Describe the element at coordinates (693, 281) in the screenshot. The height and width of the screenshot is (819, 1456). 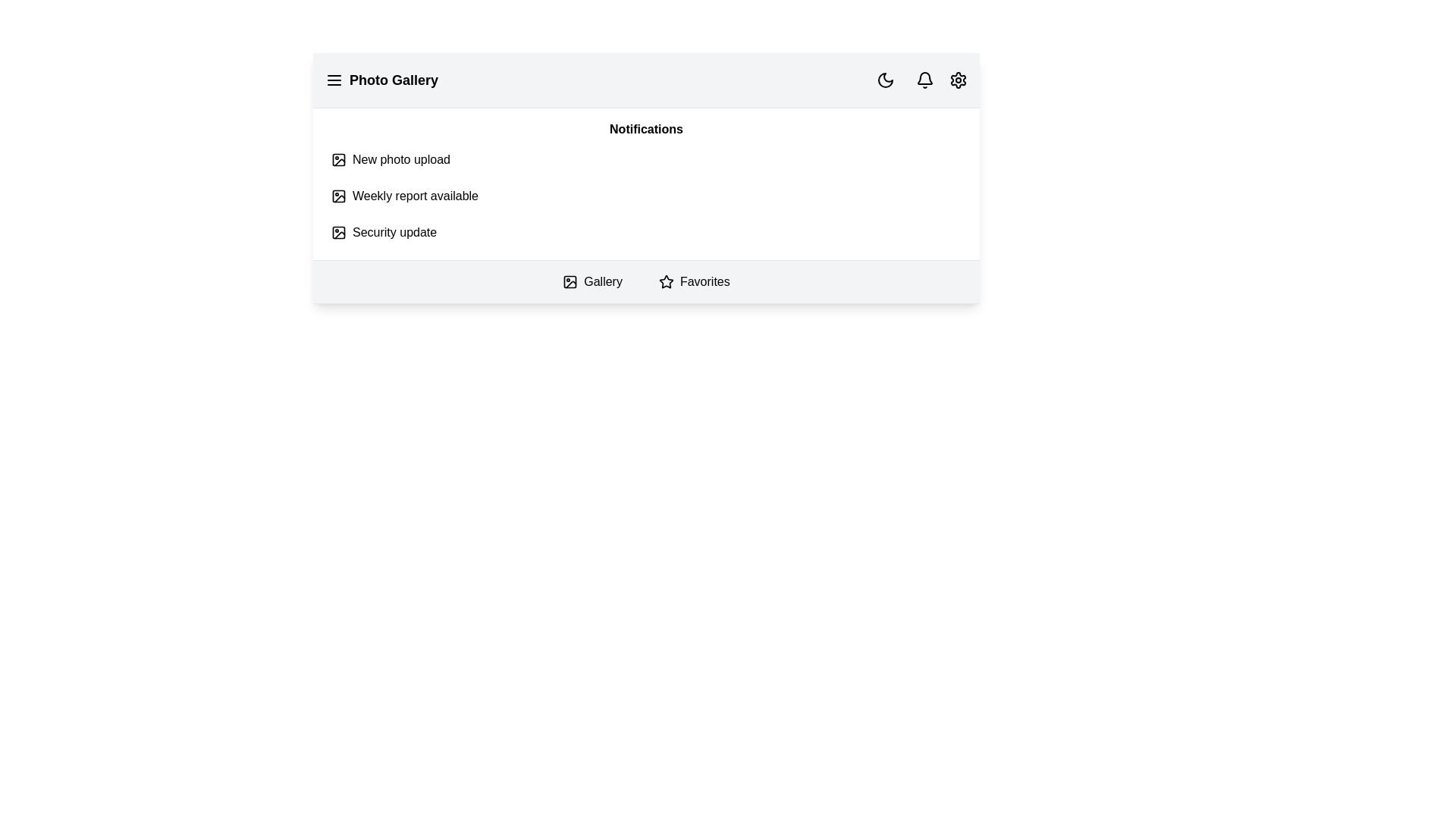
I see `the 'Favorites' button to navigate to the Favorites section` at that location.